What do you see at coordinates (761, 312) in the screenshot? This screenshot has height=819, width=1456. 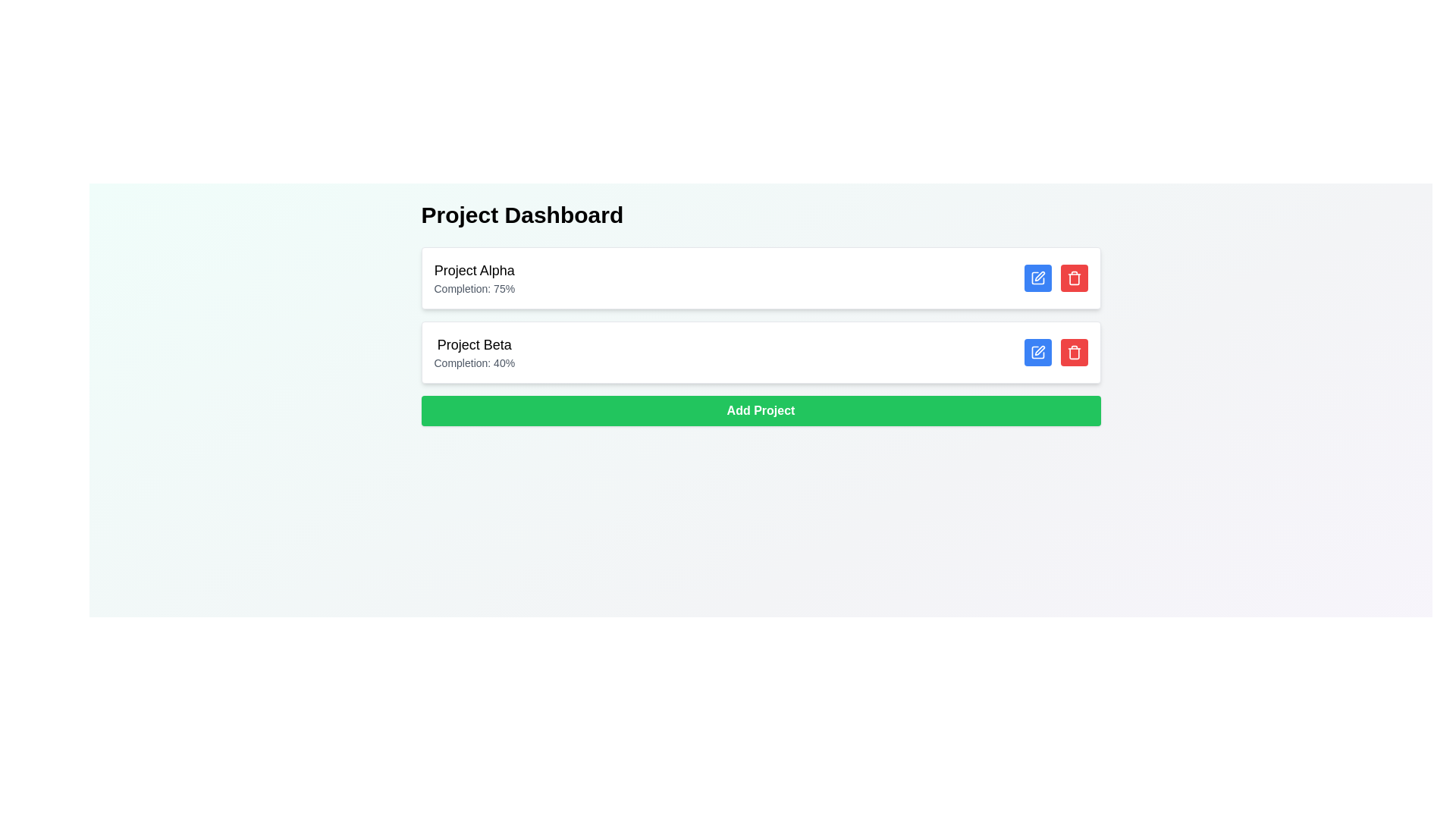 I see `project information from the main overview and interaction hub for managing projects, which includes multiple subcomponents like labels, buttons, and icons, located centrally below the header section` at bounding box center [761, 312].